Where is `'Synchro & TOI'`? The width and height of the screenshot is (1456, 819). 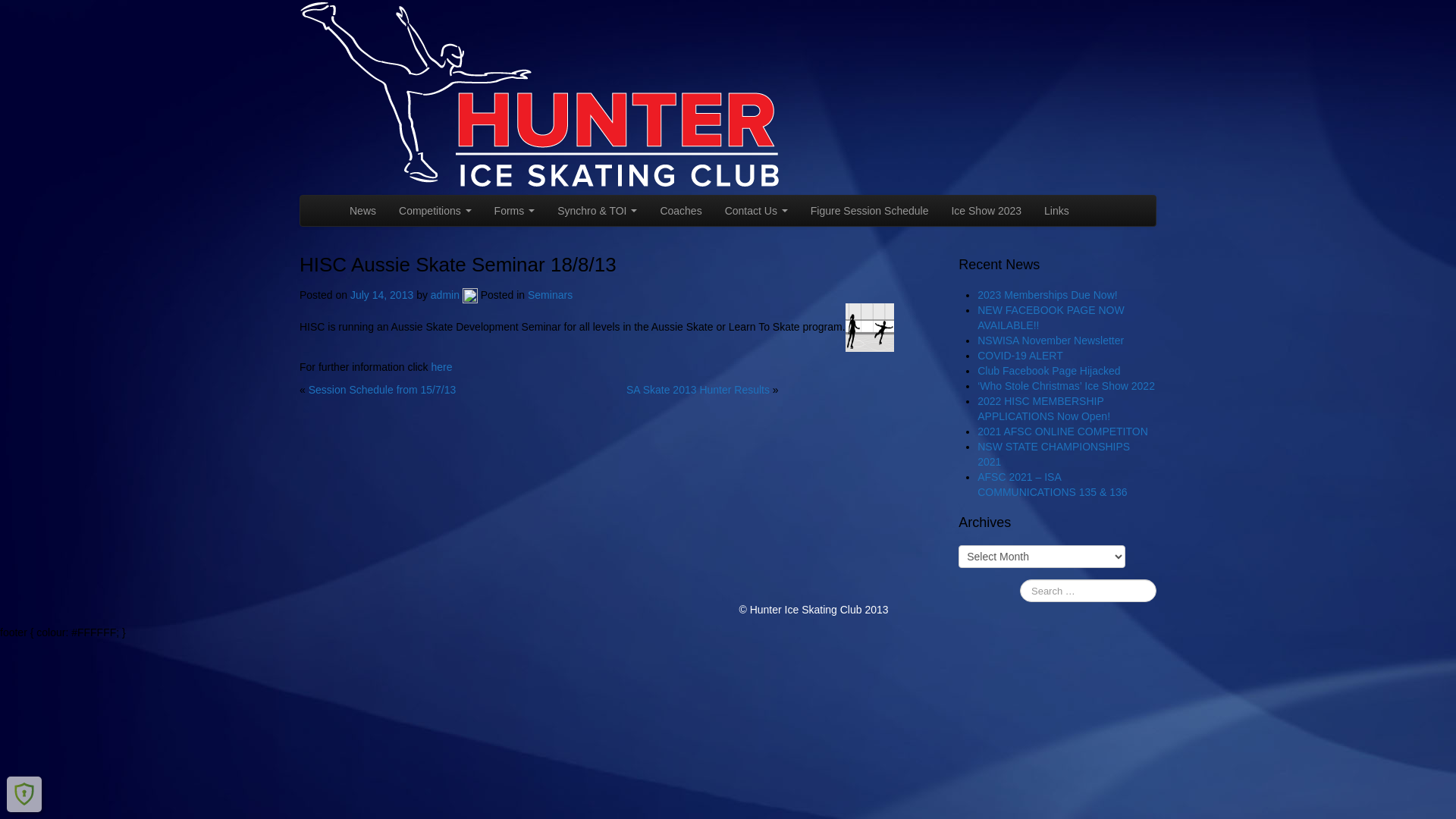
'Synchro & TOI' is located at coordinates (596, 210).